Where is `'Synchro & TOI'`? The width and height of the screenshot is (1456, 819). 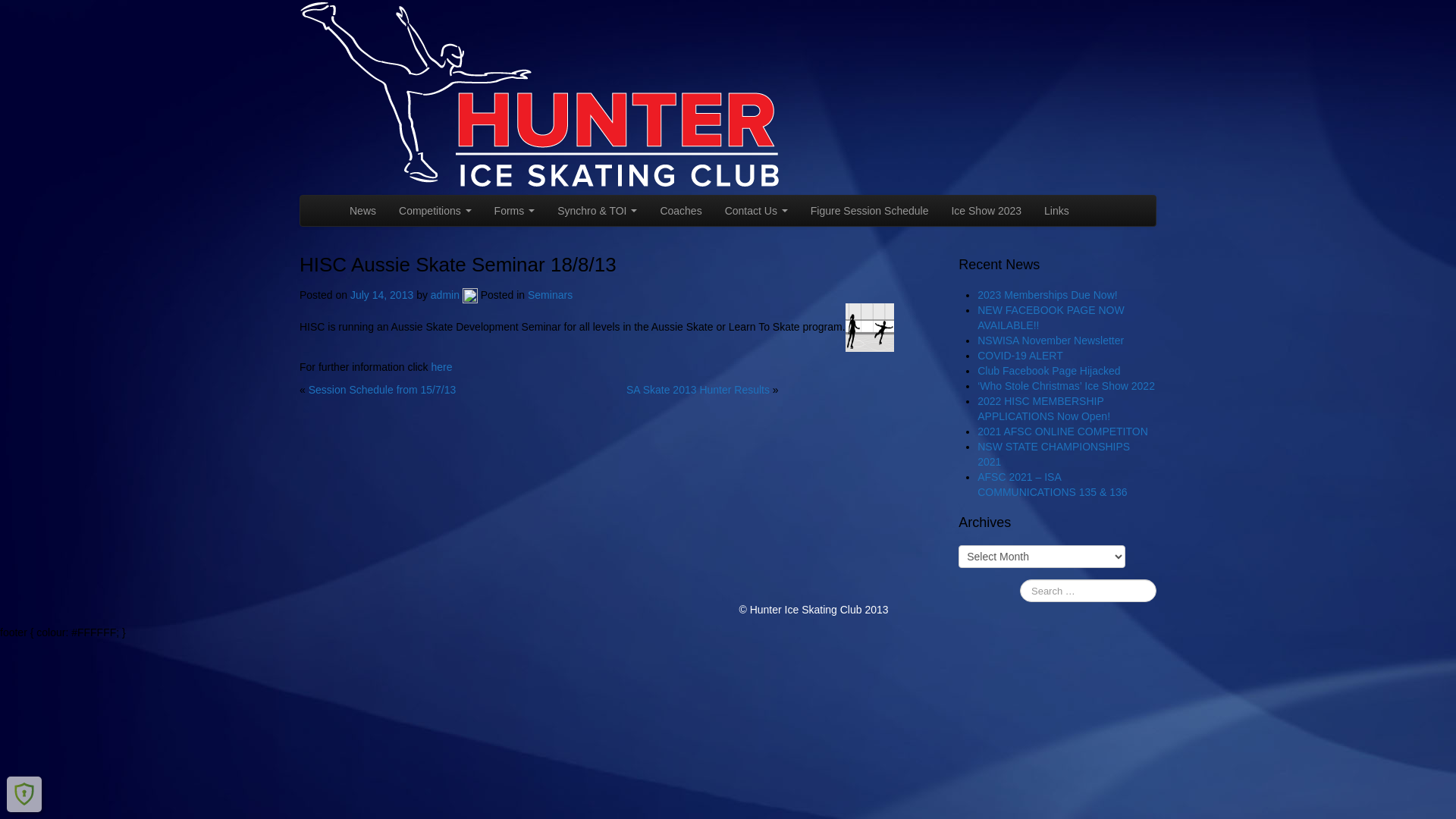
'Synchro & TOI' is located at coordinates (596, 210).